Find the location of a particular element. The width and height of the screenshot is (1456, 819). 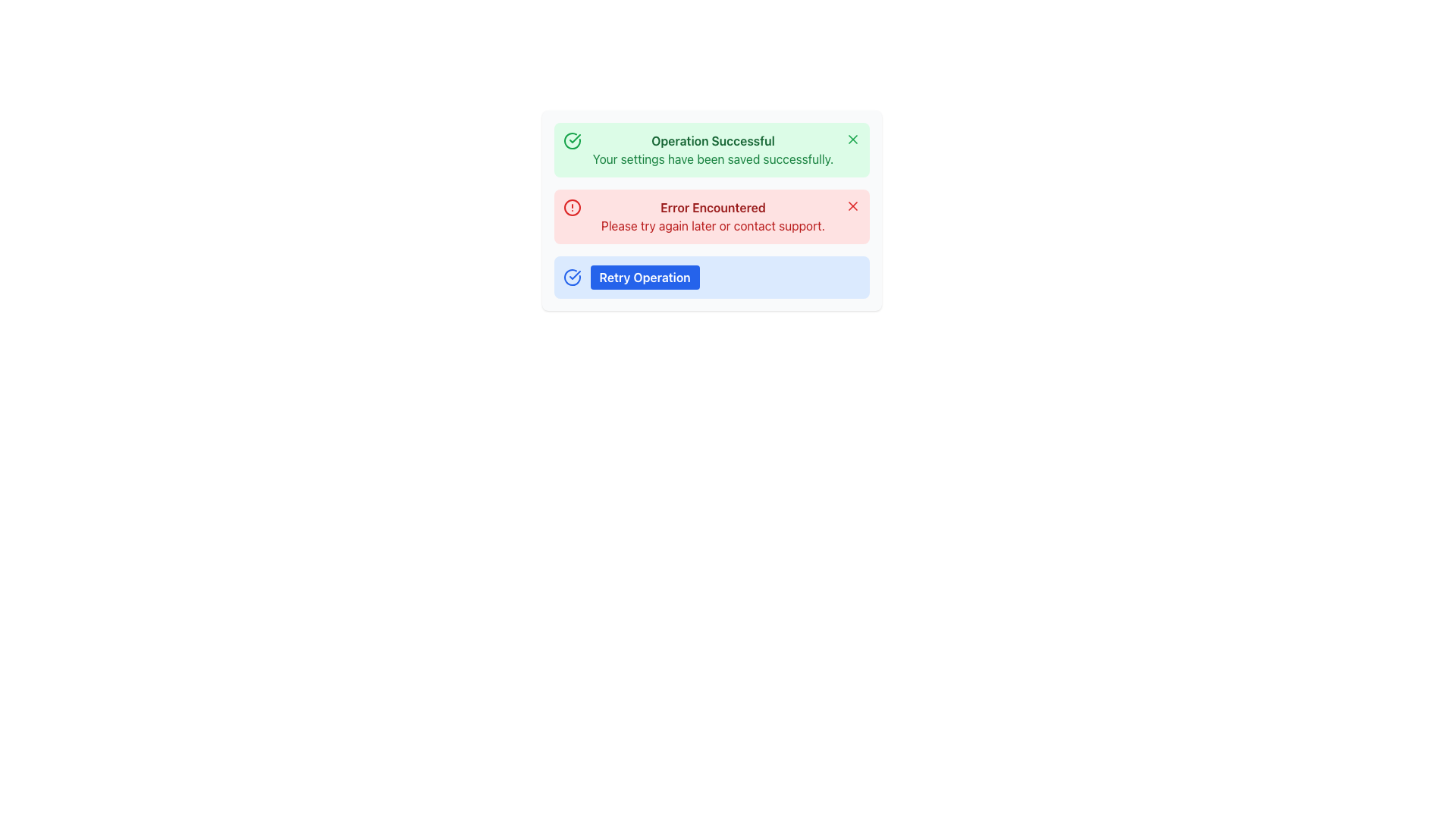

the close button located at the far-right edge of the red error message panel for dismissing the error notification is located at coordinates (852, 206).